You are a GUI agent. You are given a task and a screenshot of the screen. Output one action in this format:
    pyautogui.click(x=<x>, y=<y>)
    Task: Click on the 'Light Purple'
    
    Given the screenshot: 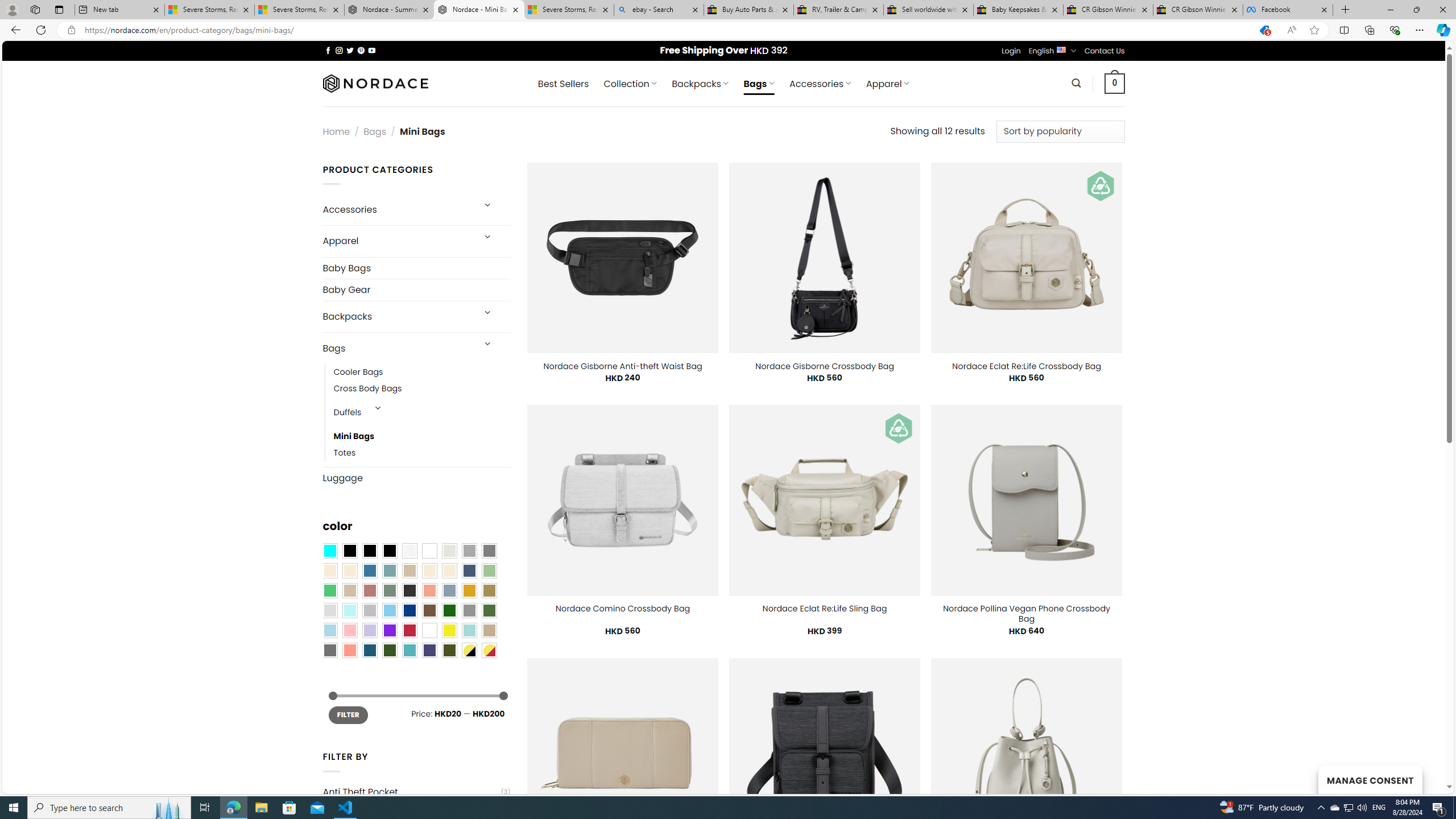 What is the action you would take?
    pyautogui.click(x=369, y=630)
    